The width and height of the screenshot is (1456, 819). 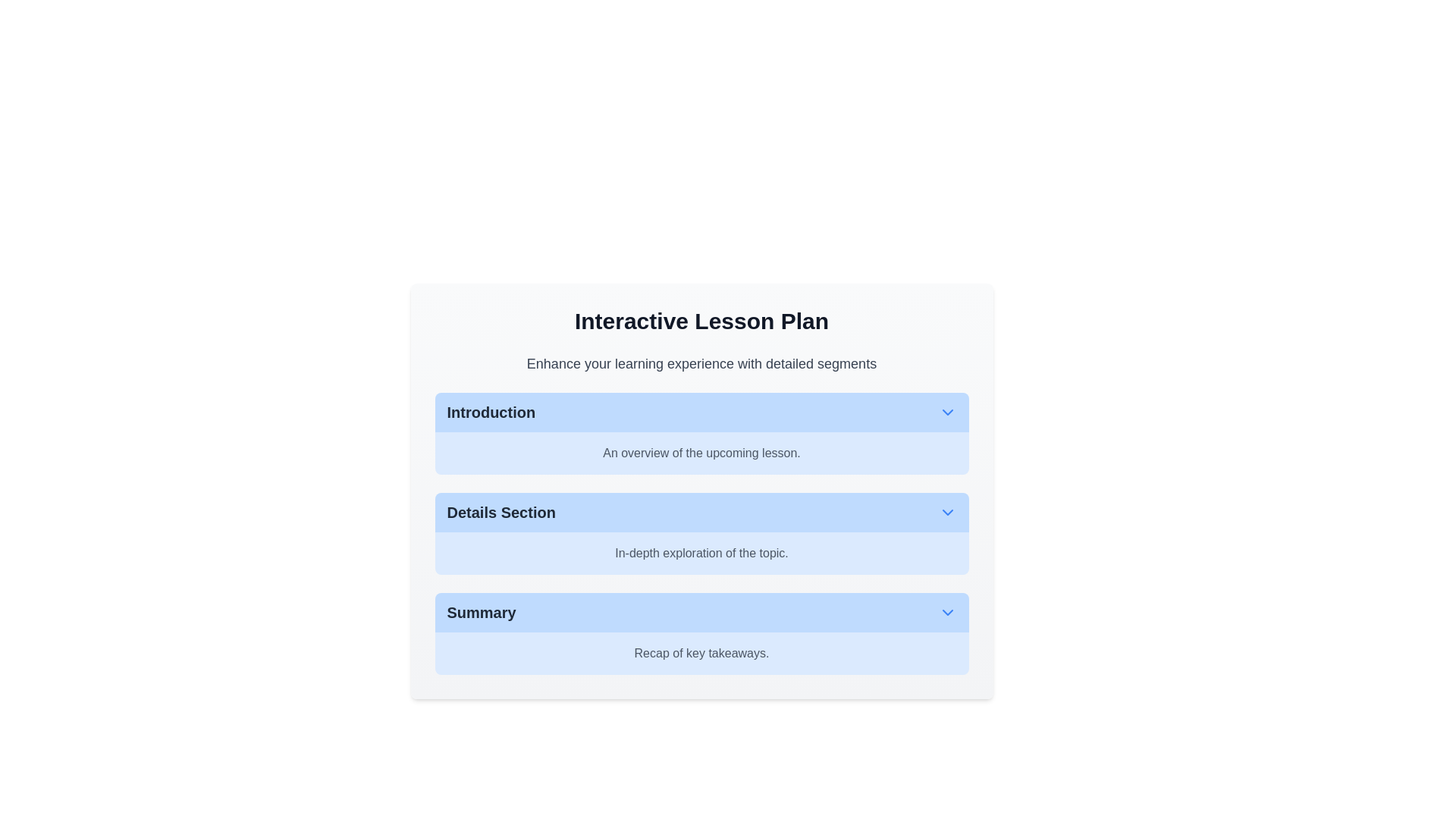 I want to click on the 'Introduction' bold text label located in the blue header of the first card section, positioned to the left of the downward-facing chevron icon, so click(x=491, y=412).